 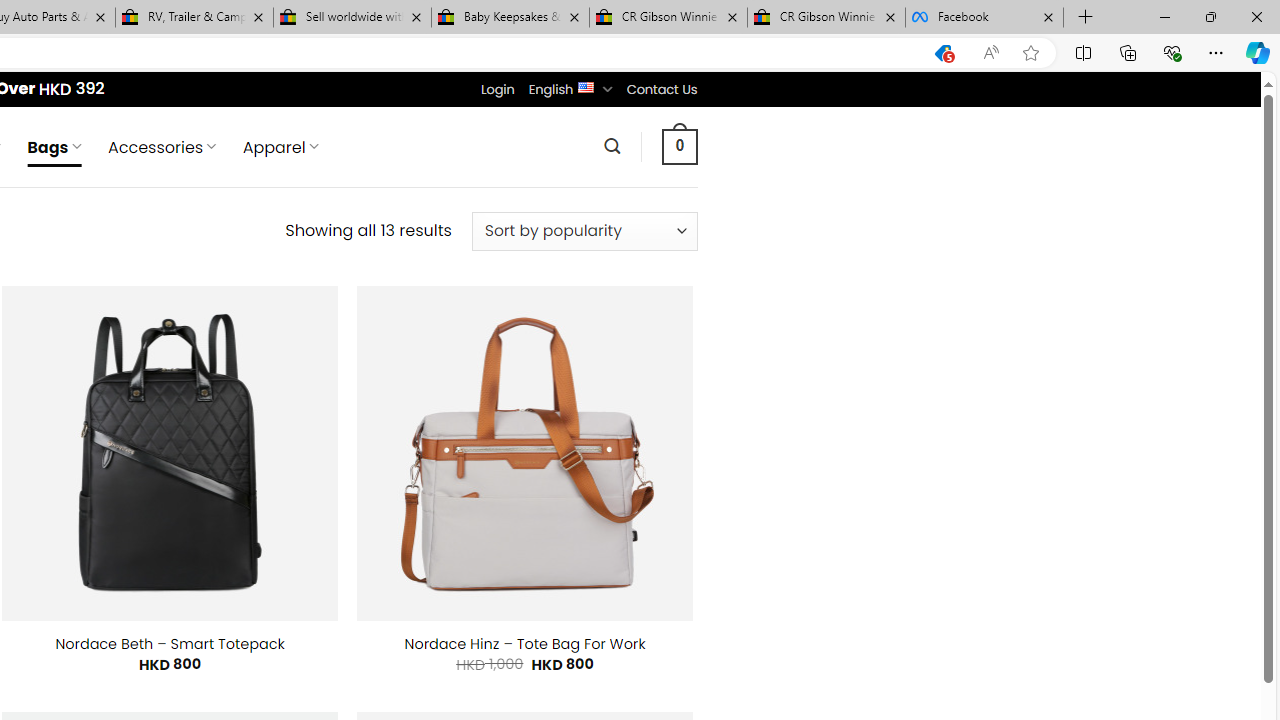 What do you see at coordinates (583, 230) in the screenshot?
I see `'Shop order'` at bounding box center [583, 230].